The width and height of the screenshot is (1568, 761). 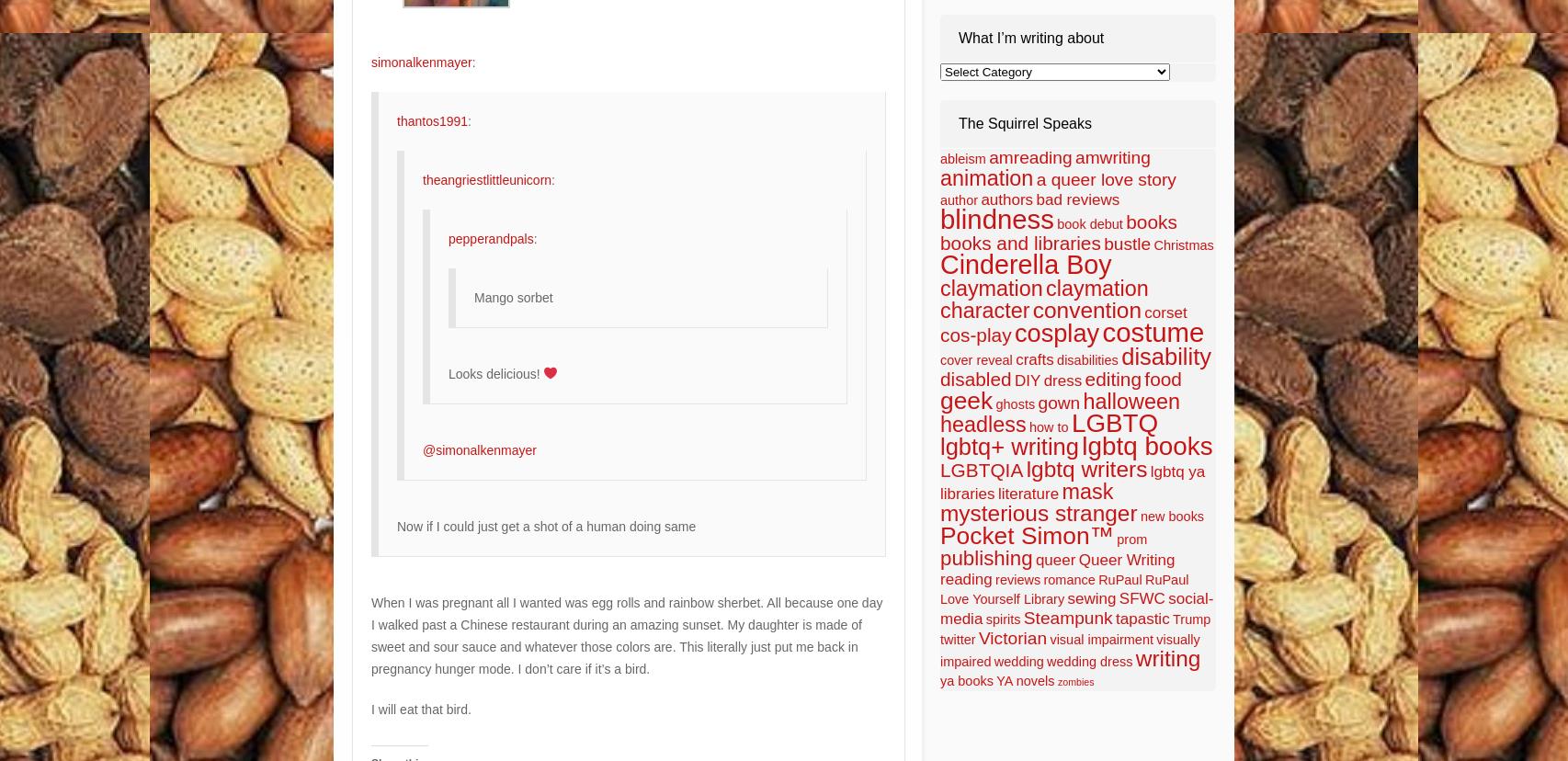 What do you see at coordinates (1172, 516) in the screenshot?
I see `'new books'` at bounding box center [1172, 516].